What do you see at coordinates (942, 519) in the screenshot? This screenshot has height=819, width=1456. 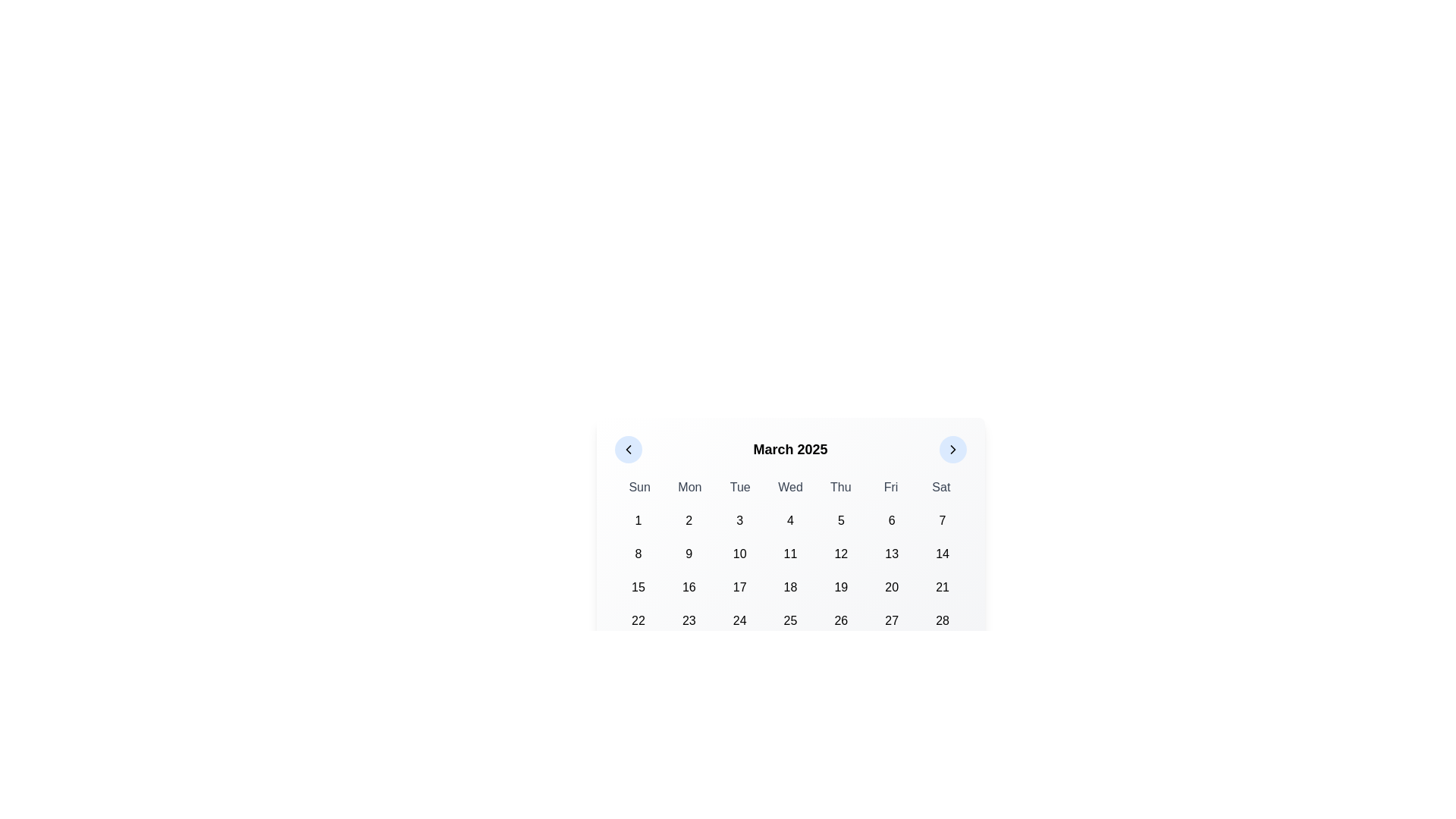 I see `the button representing the date '7' in the calendar interface, located in the top-right corner of the grid under the 'Saturday' column header` at bounding box center [942, 519].